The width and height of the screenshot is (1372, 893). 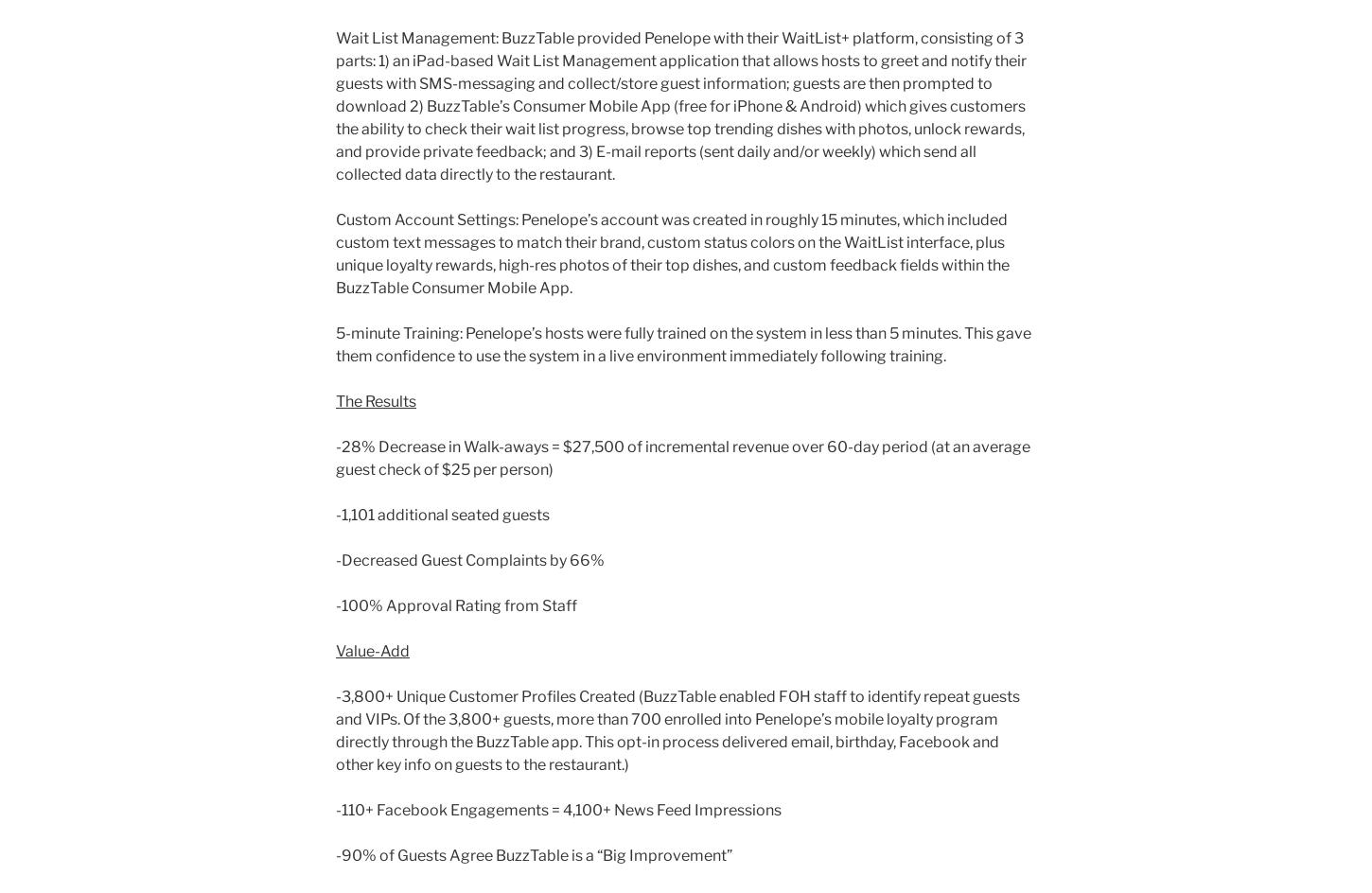 What do you see at coordinates (681, 458) in the screenshot?
I see `'-28% Decrease in Walk-aways = $27,500 of incremental revenue over 60-day period (at an average guest check of $25 per person)'` at bounding box center [681, 458].